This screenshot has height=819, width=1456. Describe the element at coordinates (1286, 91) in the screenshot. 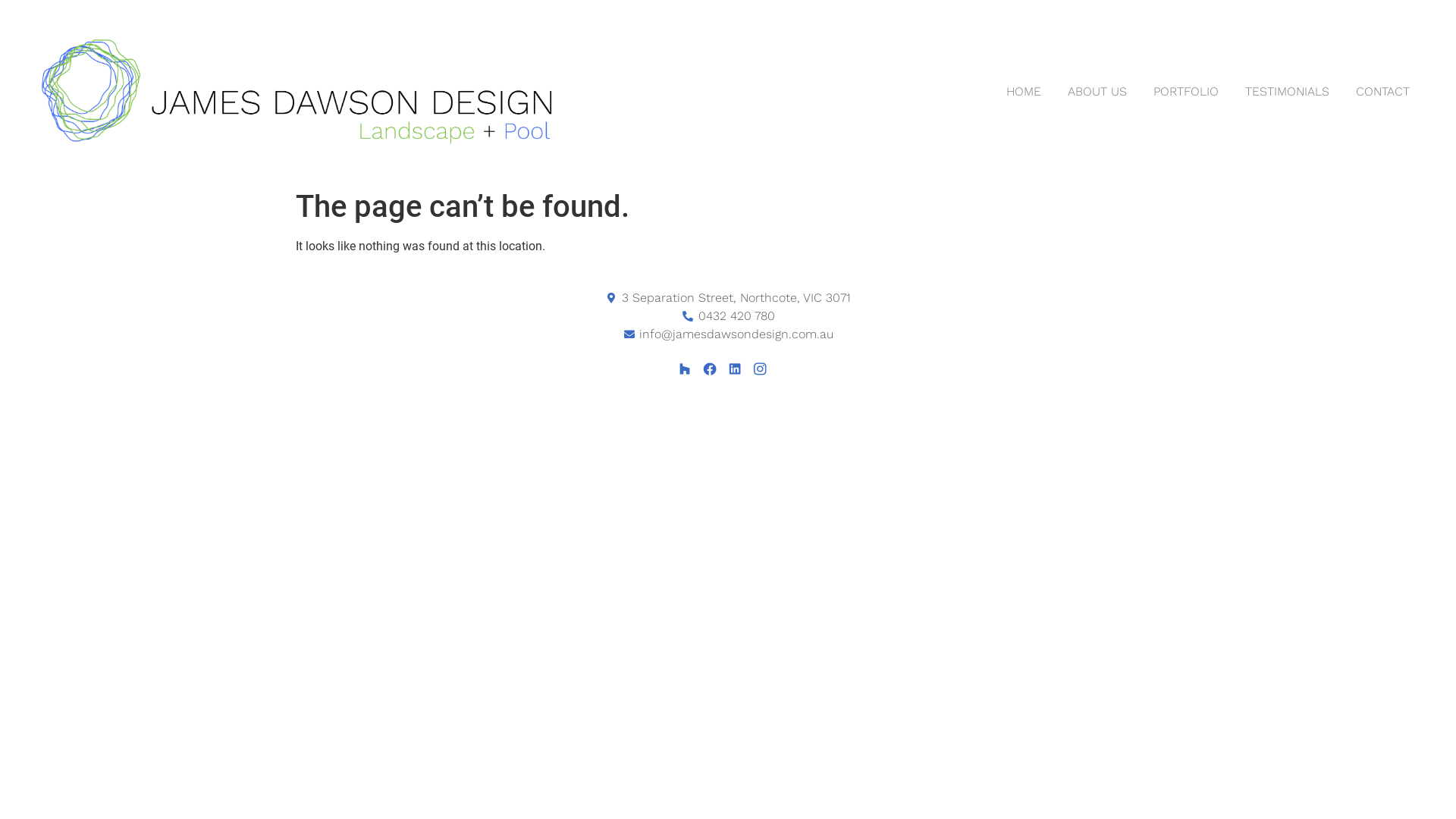

I see `'TESTIMONIALS'` at that location.